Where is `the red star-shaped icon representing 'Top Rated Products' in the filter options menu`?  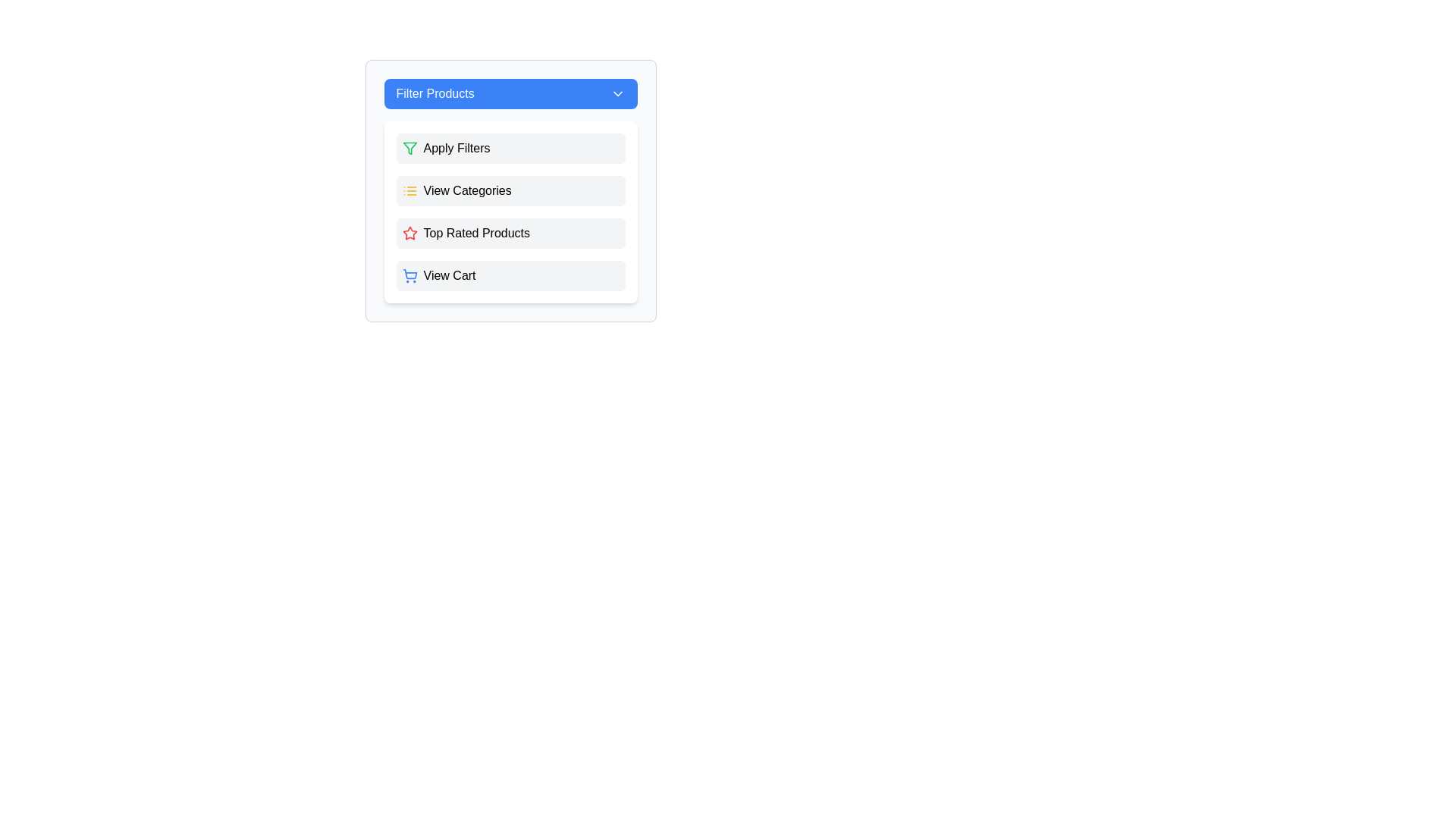 the red star-shaped icon representing 'Top Rated Products' in the filter options menu is located at coordinates (409, 233).